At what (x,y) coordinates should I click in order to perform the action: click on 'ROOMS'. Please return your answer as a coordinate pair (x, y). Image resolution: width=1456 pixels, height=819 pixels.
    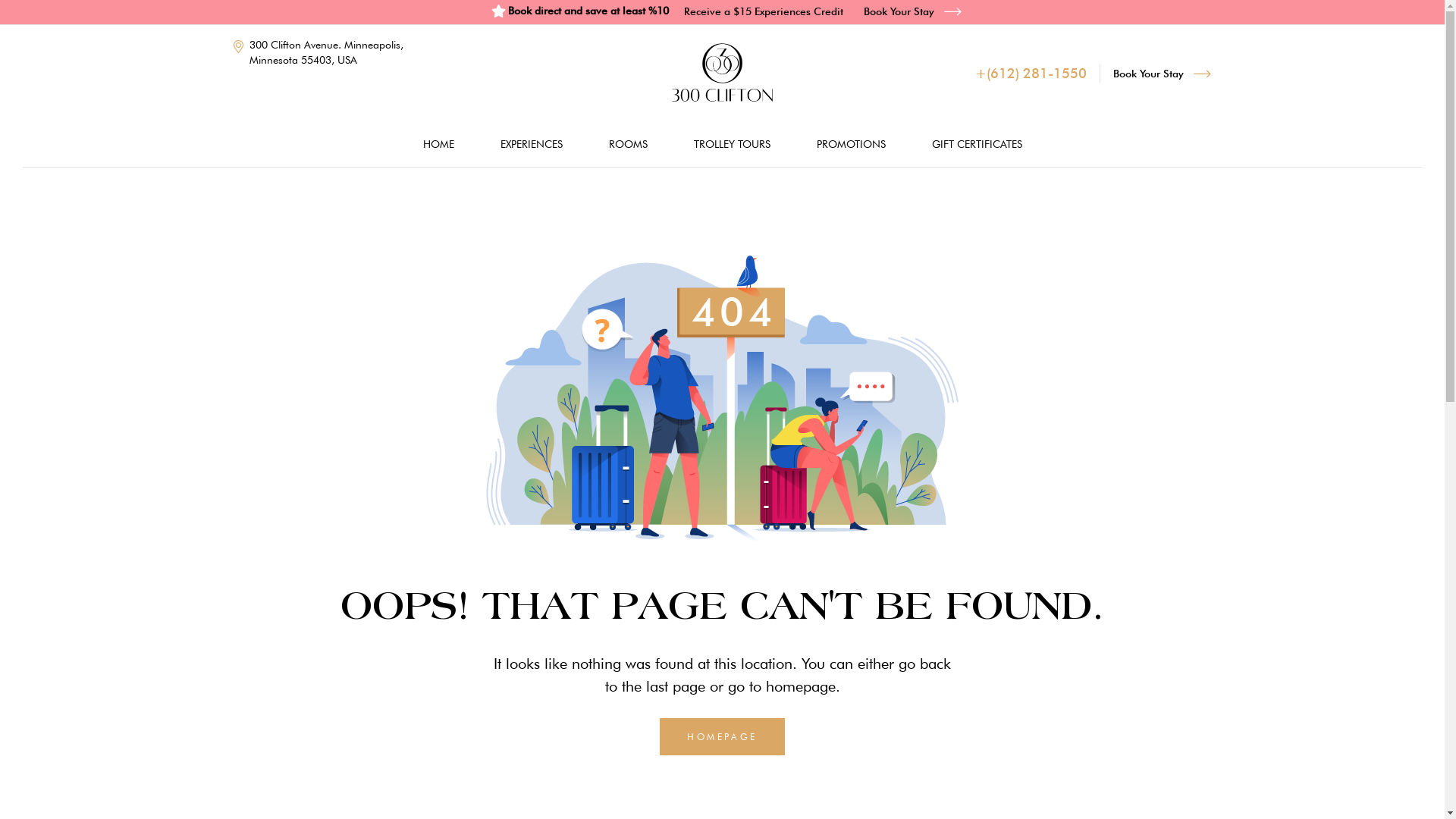
    Looking at the image, I should click on (627, 143).